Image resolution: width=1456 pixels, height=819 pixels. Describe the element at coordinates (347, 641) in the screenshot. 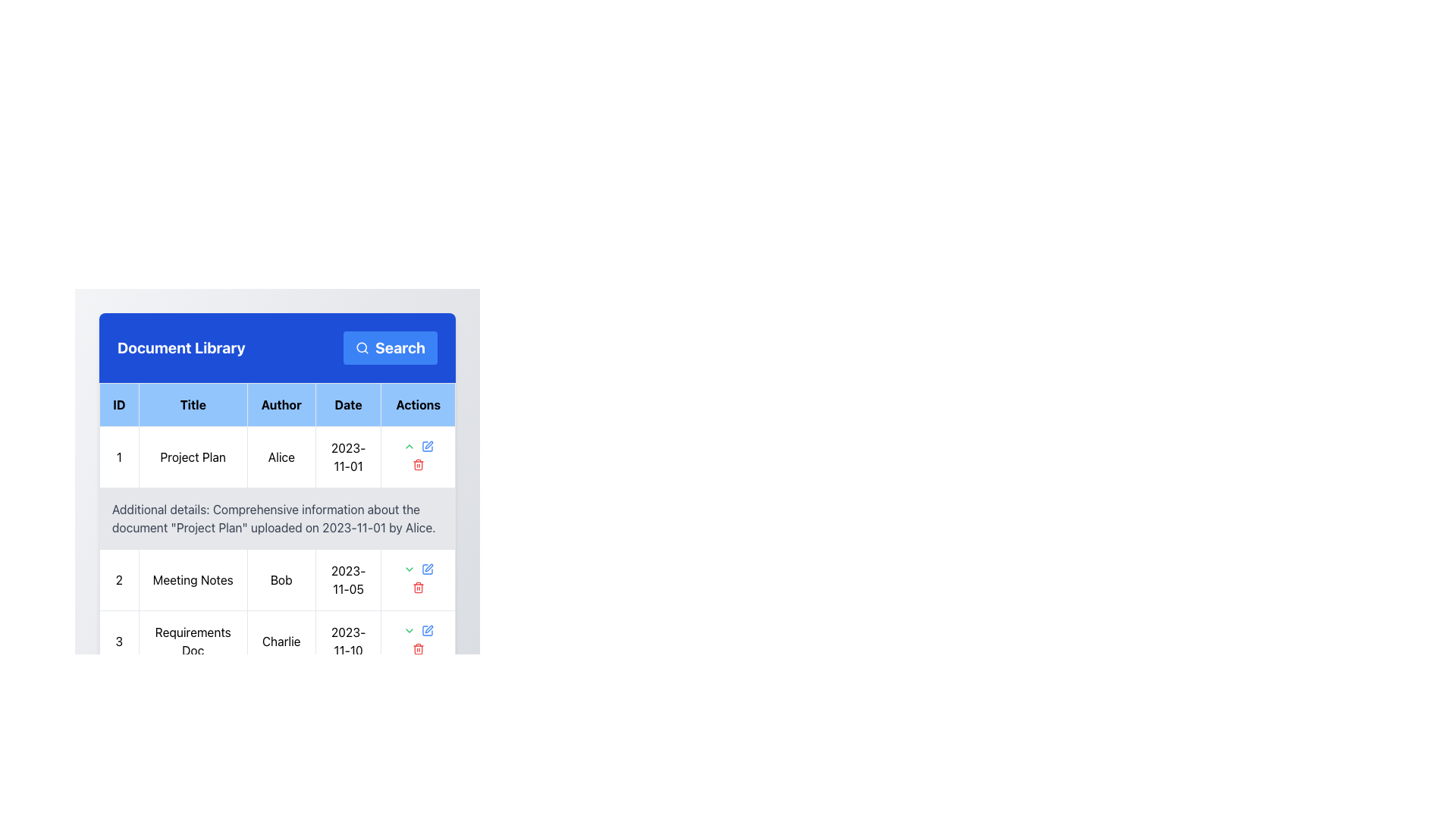

I see `the text label displaying the date '2023-11-10' located in the fourth column of the third row in the 'Document Library' section, corresponding to the document 'Requirements Doc' by 'Charlie'` at that location.